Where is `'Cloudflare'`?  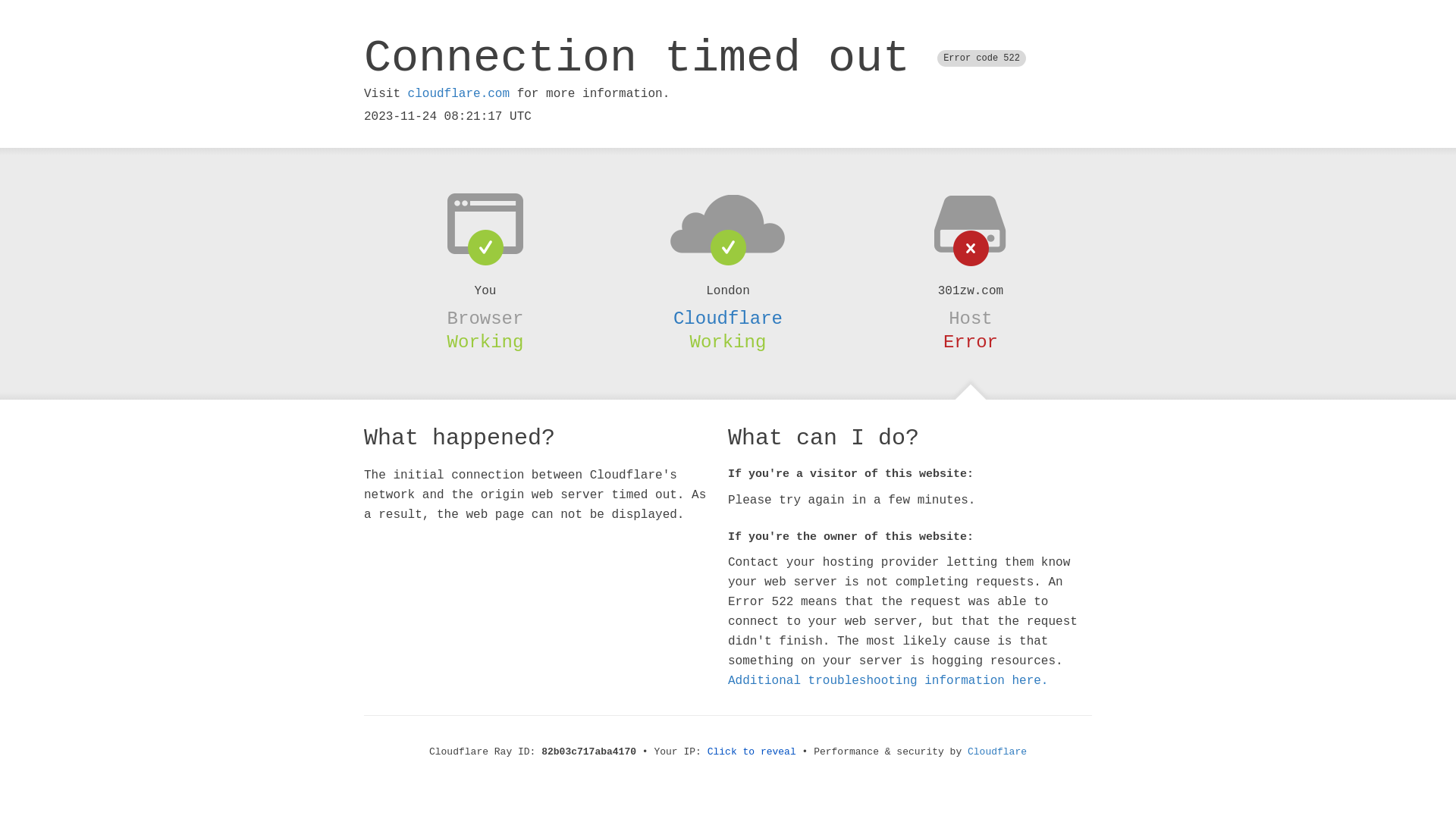 'Cloudflare' is located at coordinates (728, 318).